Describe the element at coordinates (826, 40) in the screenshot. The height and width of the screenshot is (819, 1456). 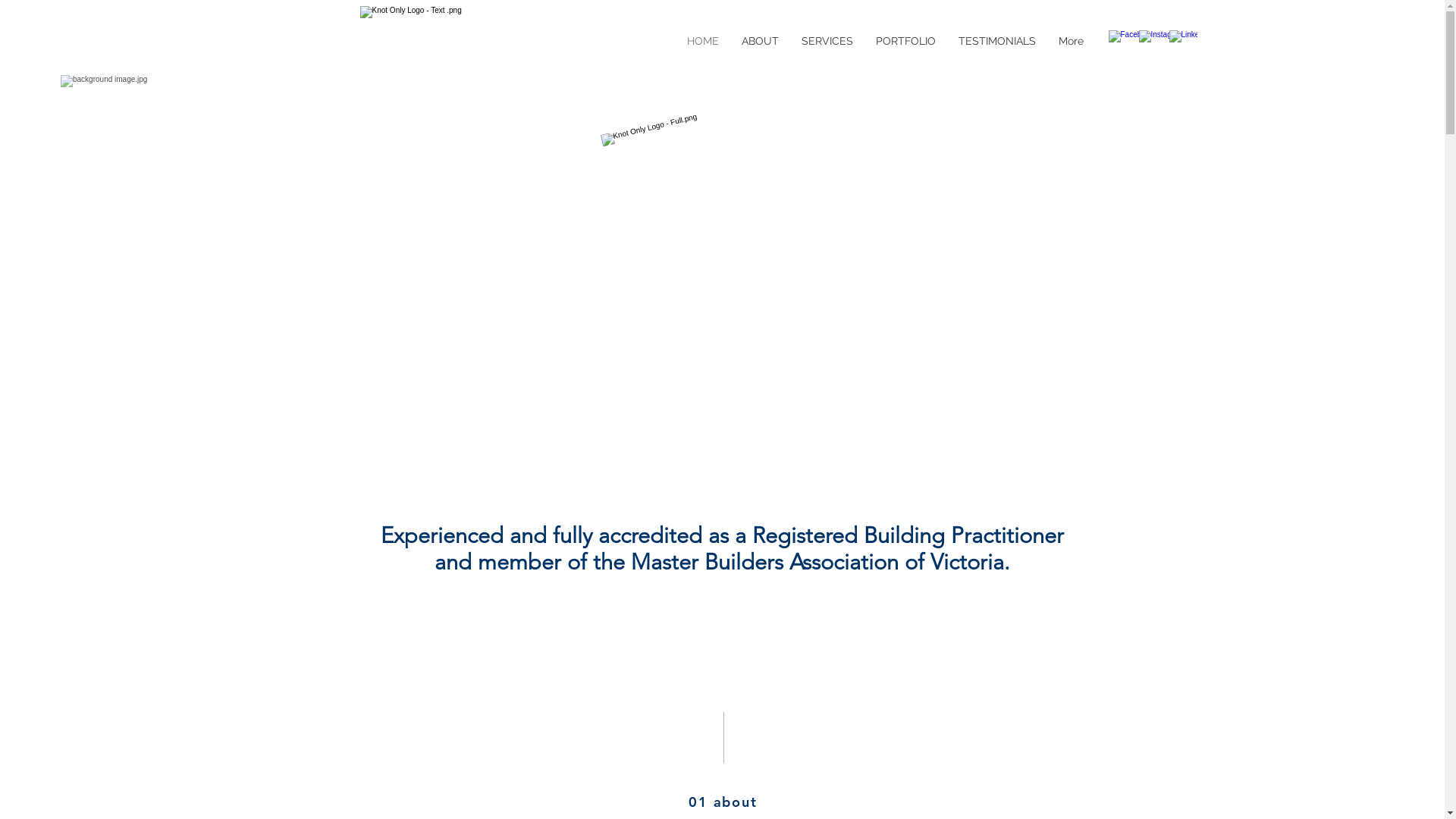
I see `'SERVICES'` at that location.